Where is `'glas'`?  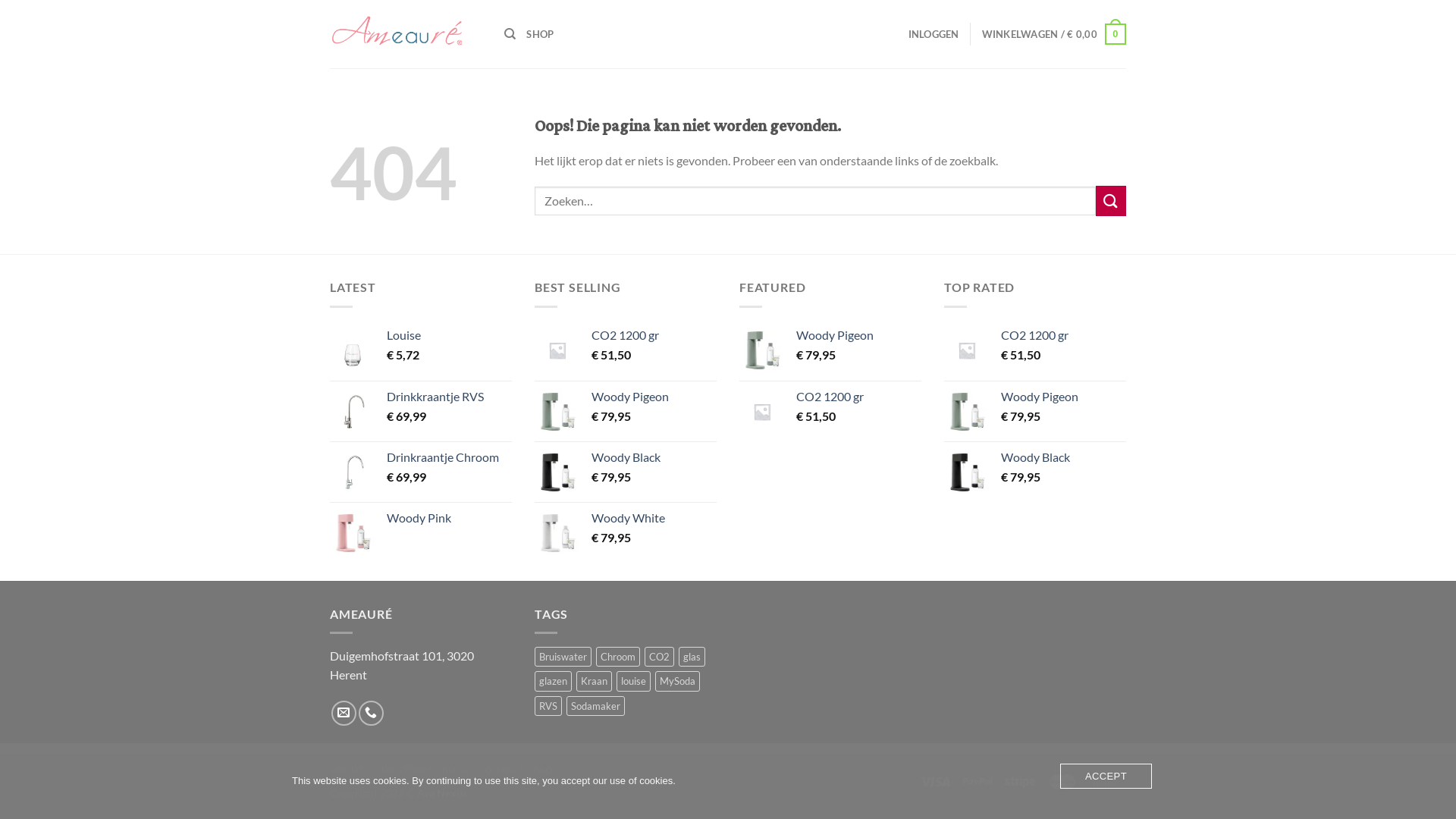
'glas' is located at coordinates (691, 656).